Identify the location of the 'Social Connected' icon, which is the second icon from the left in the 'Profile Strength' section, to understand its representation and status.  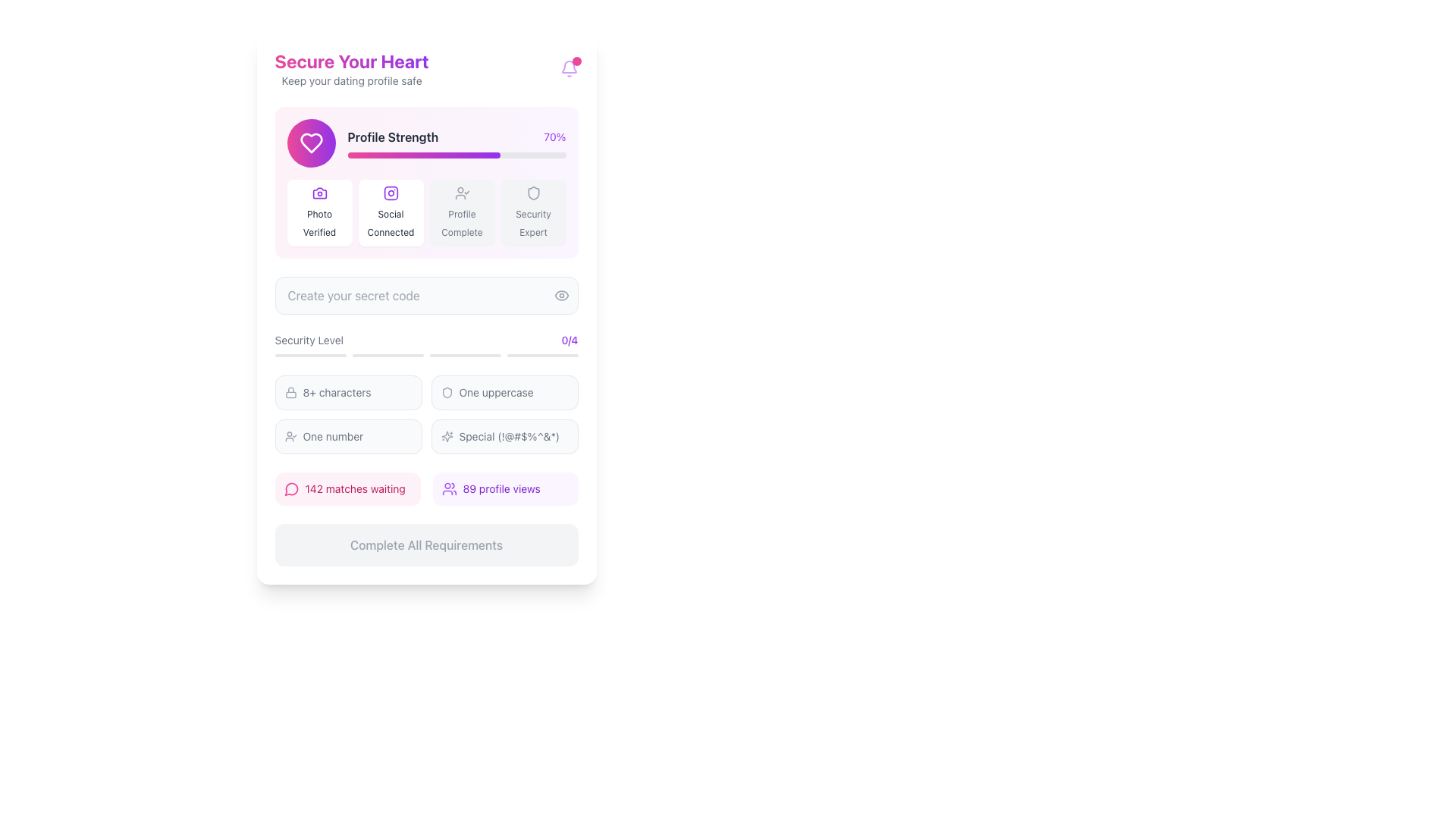
(391, 192).